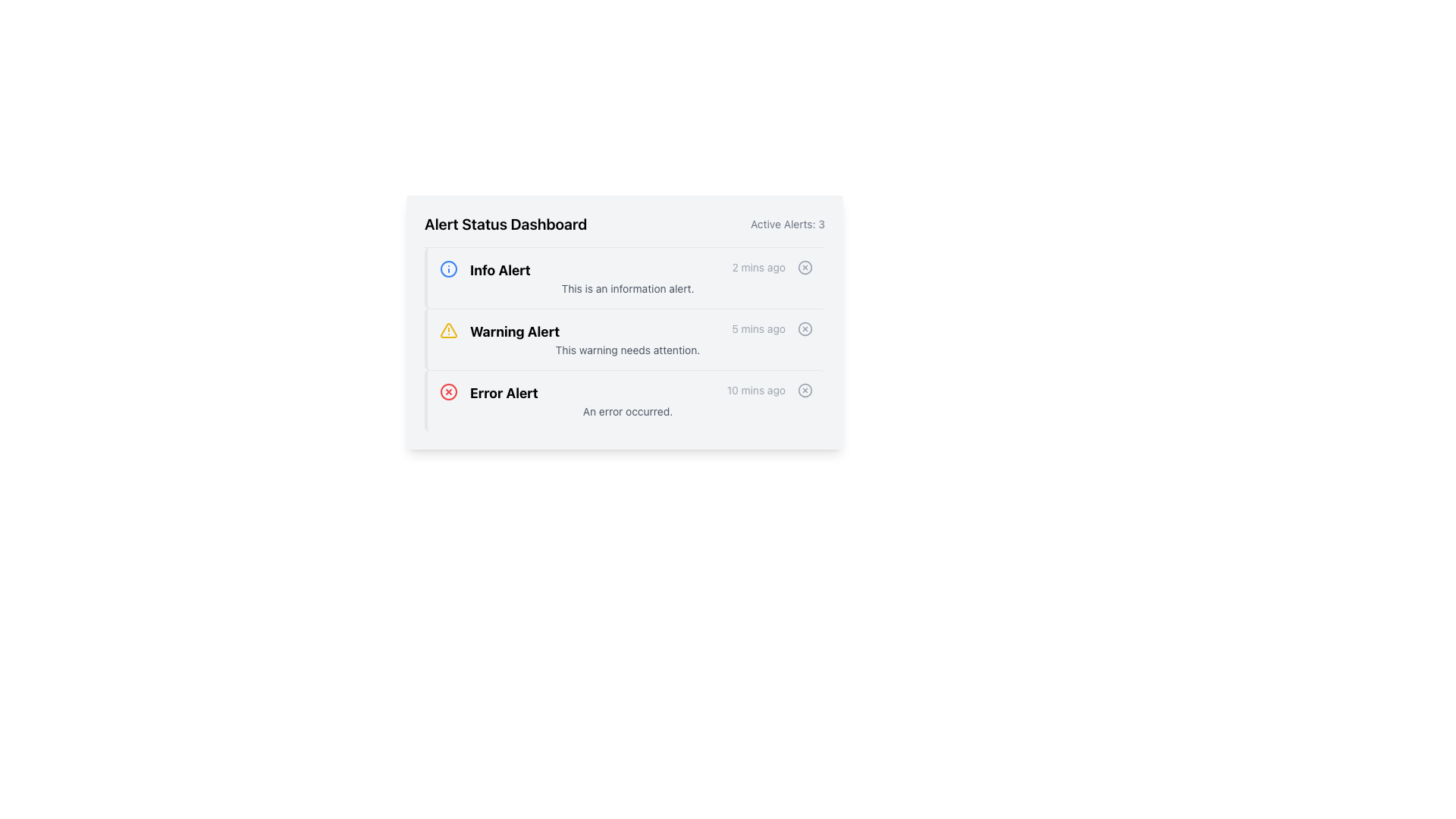 This screenshot has height=819, width=1456. Describe the element at coordinates (628, 400) in the screenshot. I see `textual information from the alert message in the third notification group of the 'Alert Status Dashboard' interface, which provides details about an error that occurred` at that location.